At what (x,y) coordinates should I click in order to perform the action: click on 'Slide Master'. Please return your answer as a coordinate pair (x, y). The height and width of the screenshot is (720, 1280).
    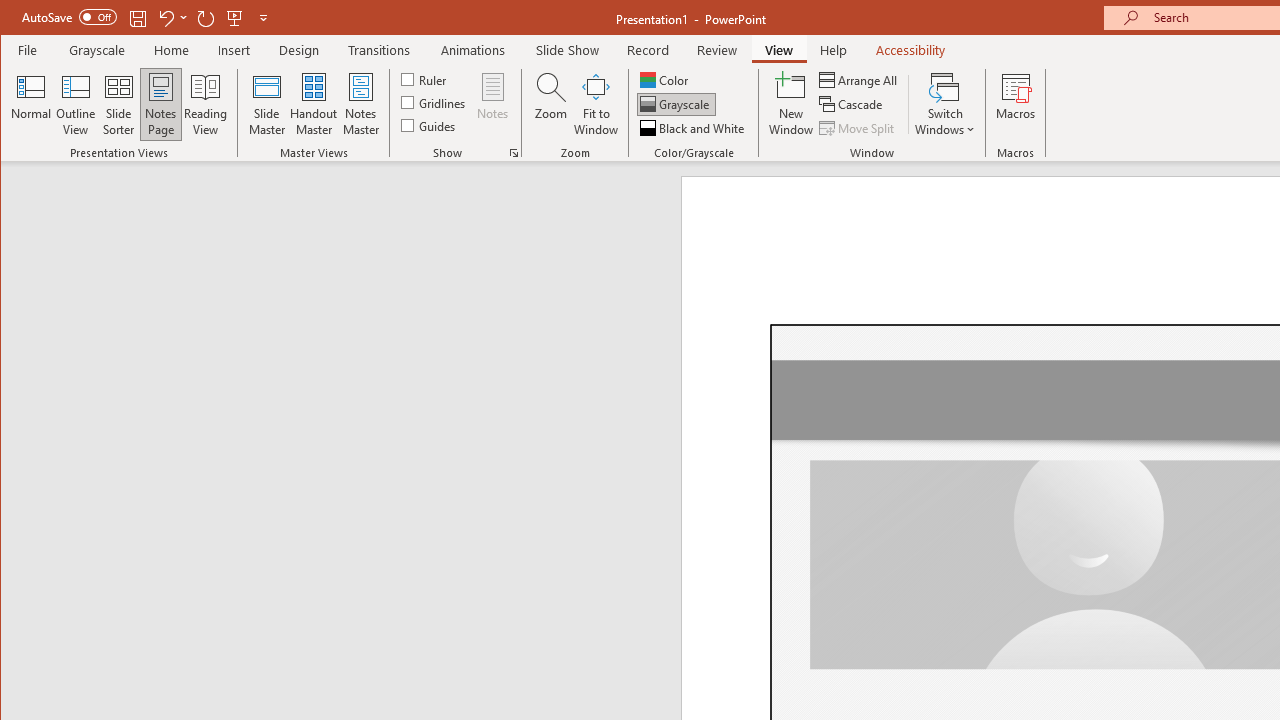
    Looking at the image, I should click on (265, 104).